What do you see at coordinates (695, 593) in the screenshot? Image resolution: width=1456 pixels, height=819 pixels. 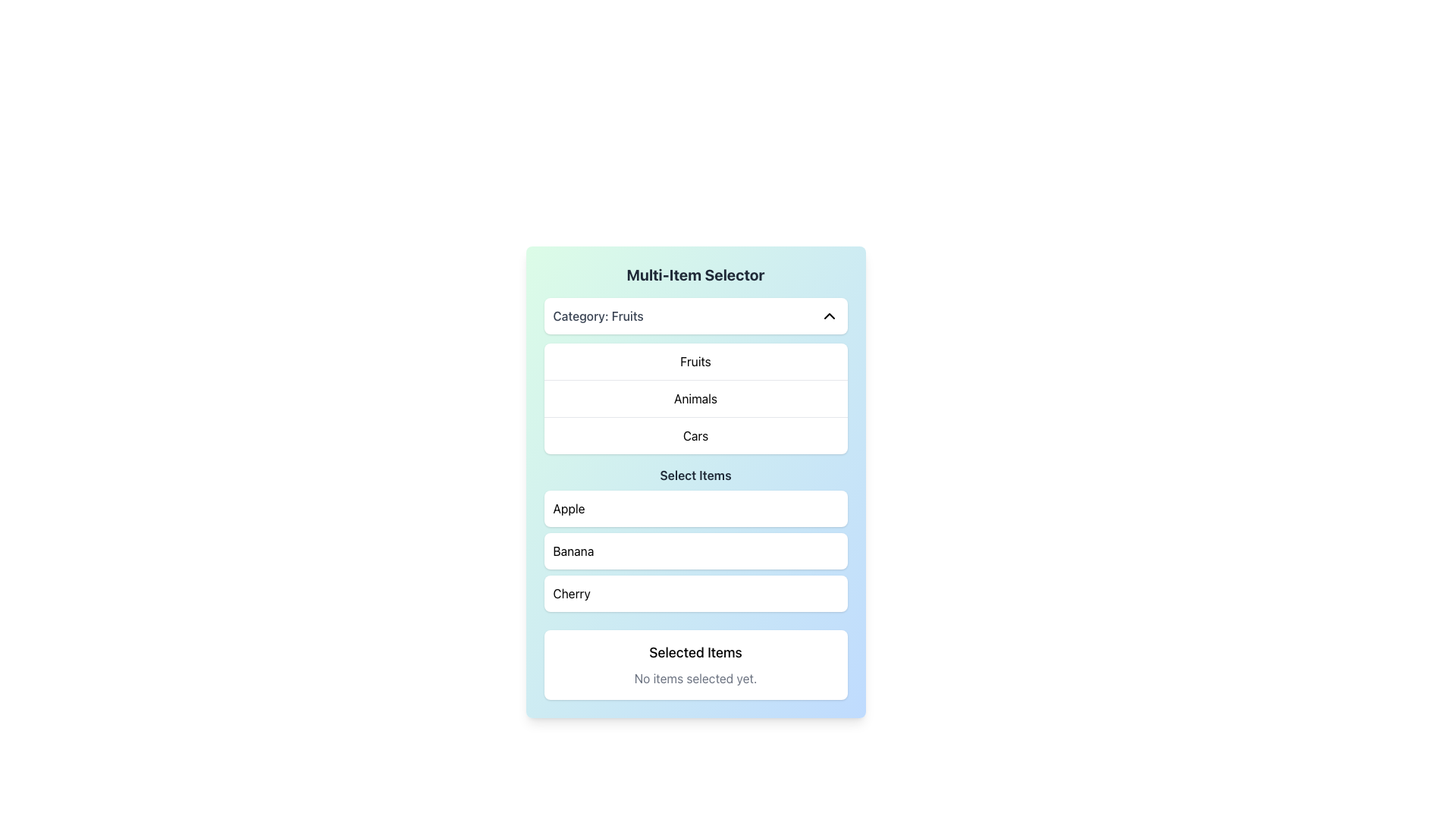 I see `the 'Cherry' option within the 'Select Items' list` at bounding box center [695, 593].